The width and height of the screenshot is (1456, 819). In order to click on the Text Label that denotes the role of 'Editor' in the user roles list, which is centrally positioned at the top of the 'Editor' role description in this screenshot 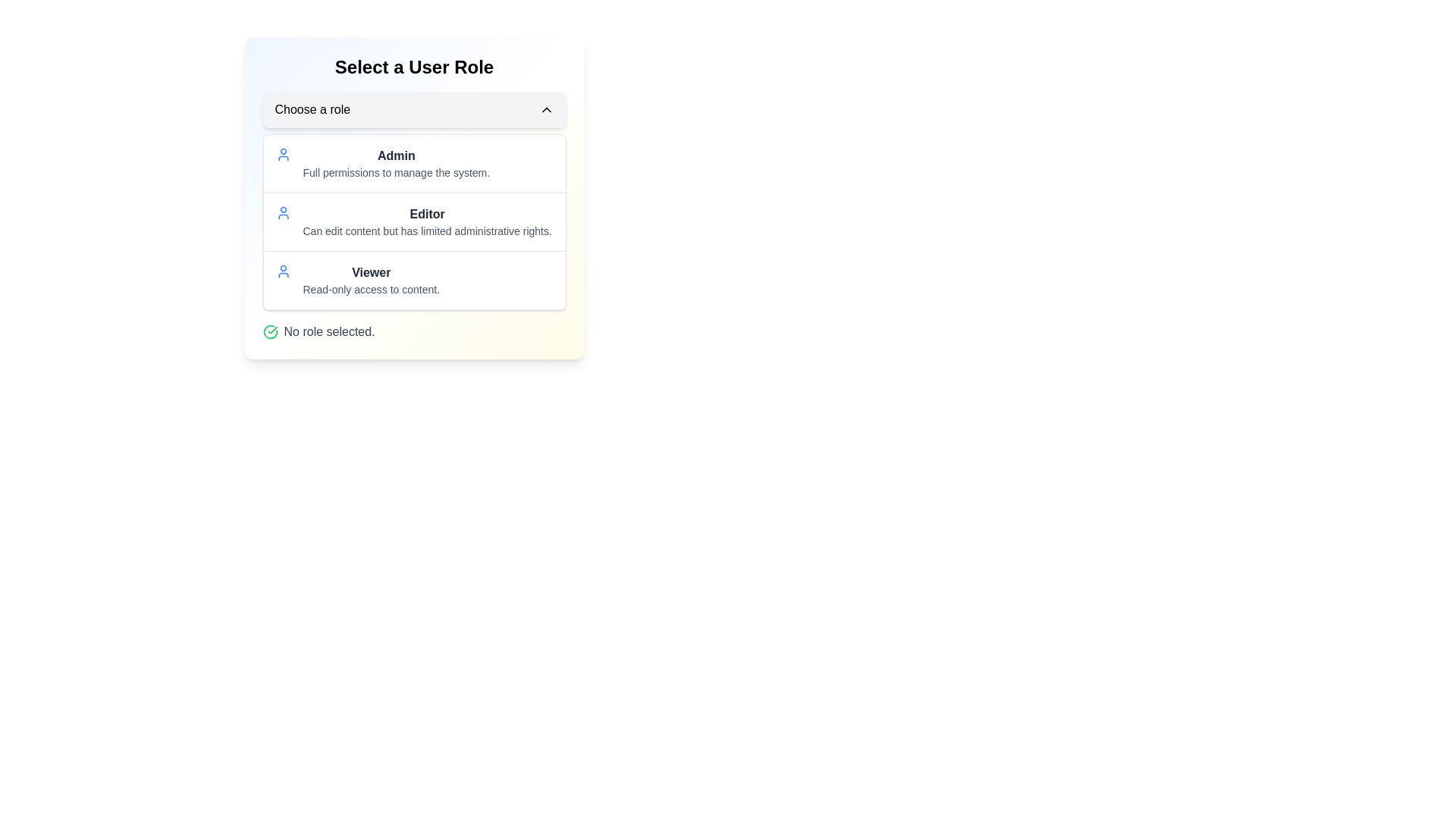, I will do `click(426, 214)`.